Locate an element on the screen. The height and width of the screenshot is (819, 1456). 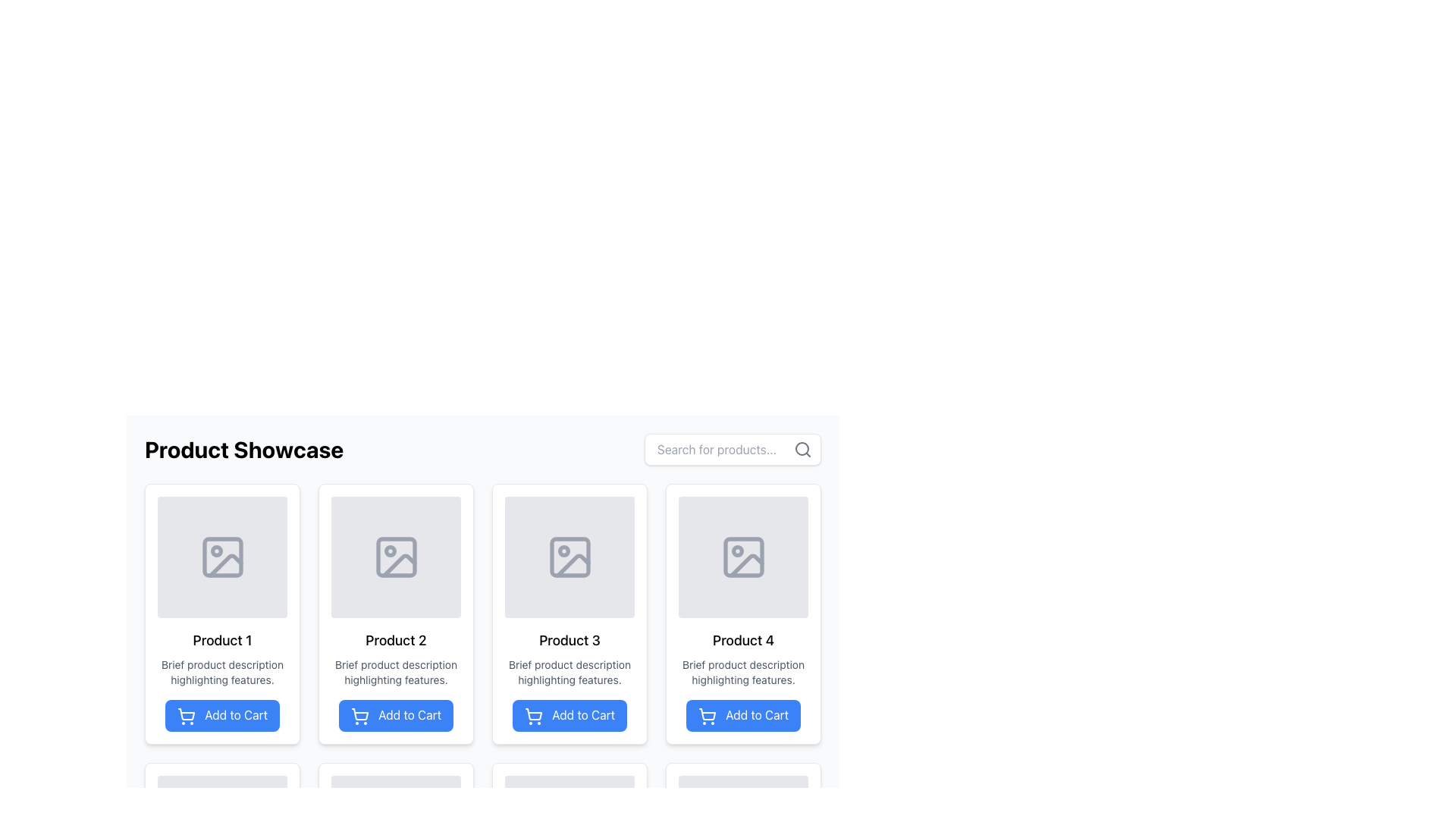
the graphical detail within the image icon located in the third product card in the upper row of the product showcase grid is located at coordinates (572, 566).